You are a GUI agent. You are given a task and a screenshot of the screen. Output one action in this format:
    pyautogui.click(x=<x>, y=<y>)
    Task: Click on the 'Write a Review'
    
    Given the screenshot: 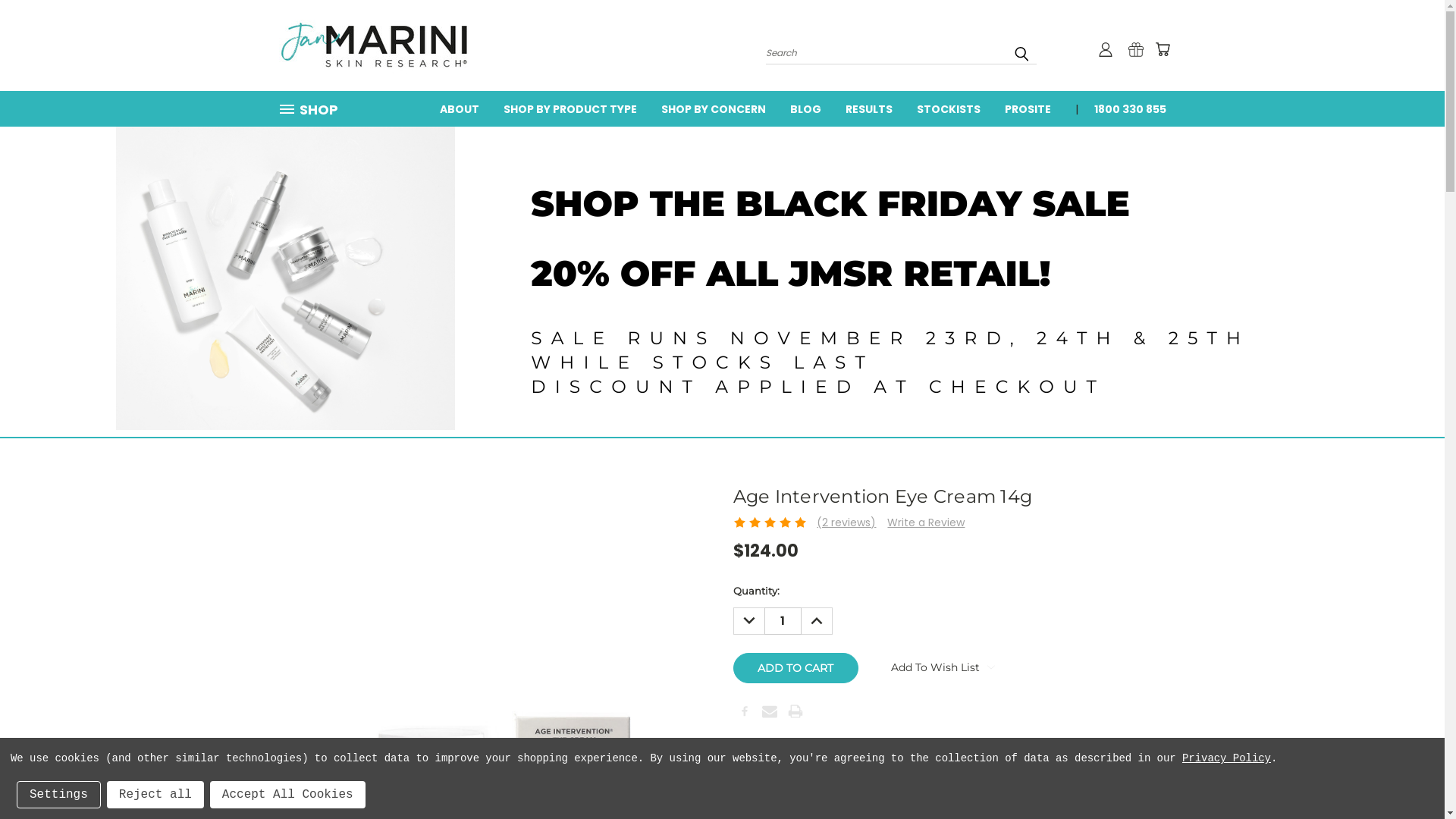 What is the action you would take?
    pyautogui.click(x=887, y=522)
    